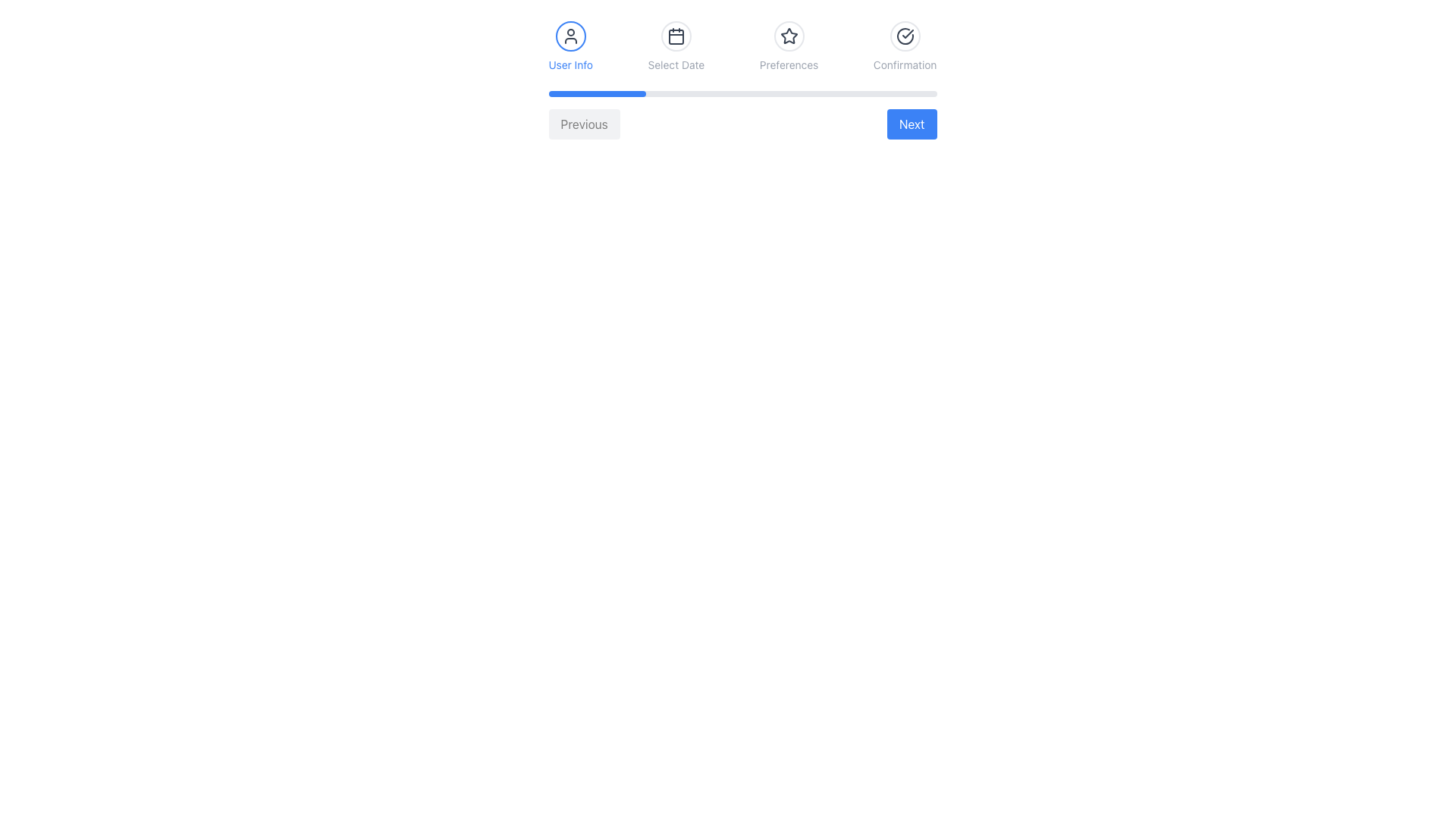 The width and height of the screenshot is (1456, 819). Describe the element at coordinates (742, 93) in the screenshot. I see `the horizontally elongated progress bar with a light gray background and blue segment, located centrally below the navigation bar and above the Previous and Next buttons` at that location.